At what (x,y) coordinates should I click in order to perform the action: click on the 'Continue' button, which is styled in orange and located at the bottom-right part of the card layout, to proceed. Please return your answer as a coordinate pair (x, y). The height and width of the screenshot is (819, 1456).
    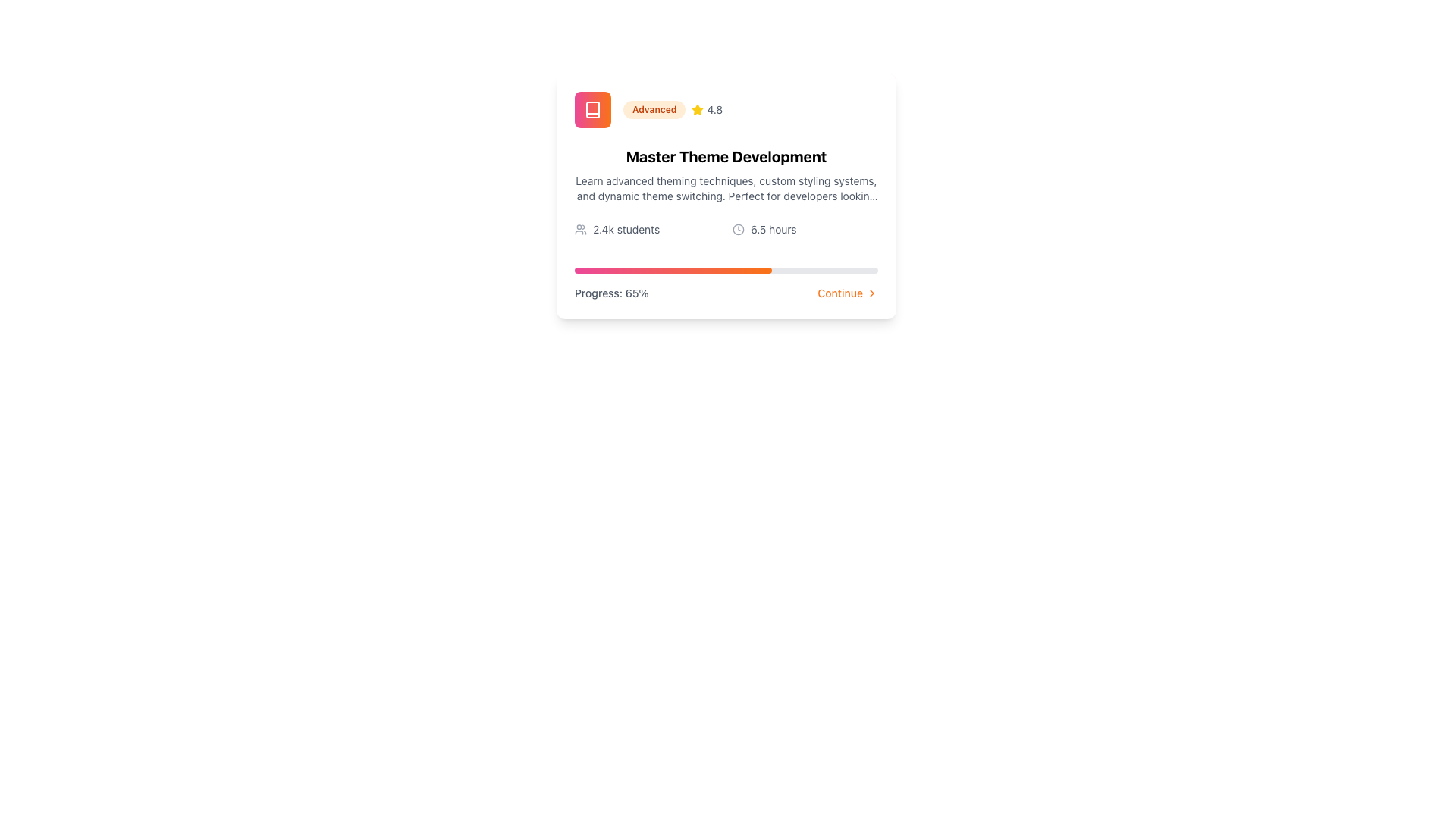
    Looking at the image, I should click on (847, 293).